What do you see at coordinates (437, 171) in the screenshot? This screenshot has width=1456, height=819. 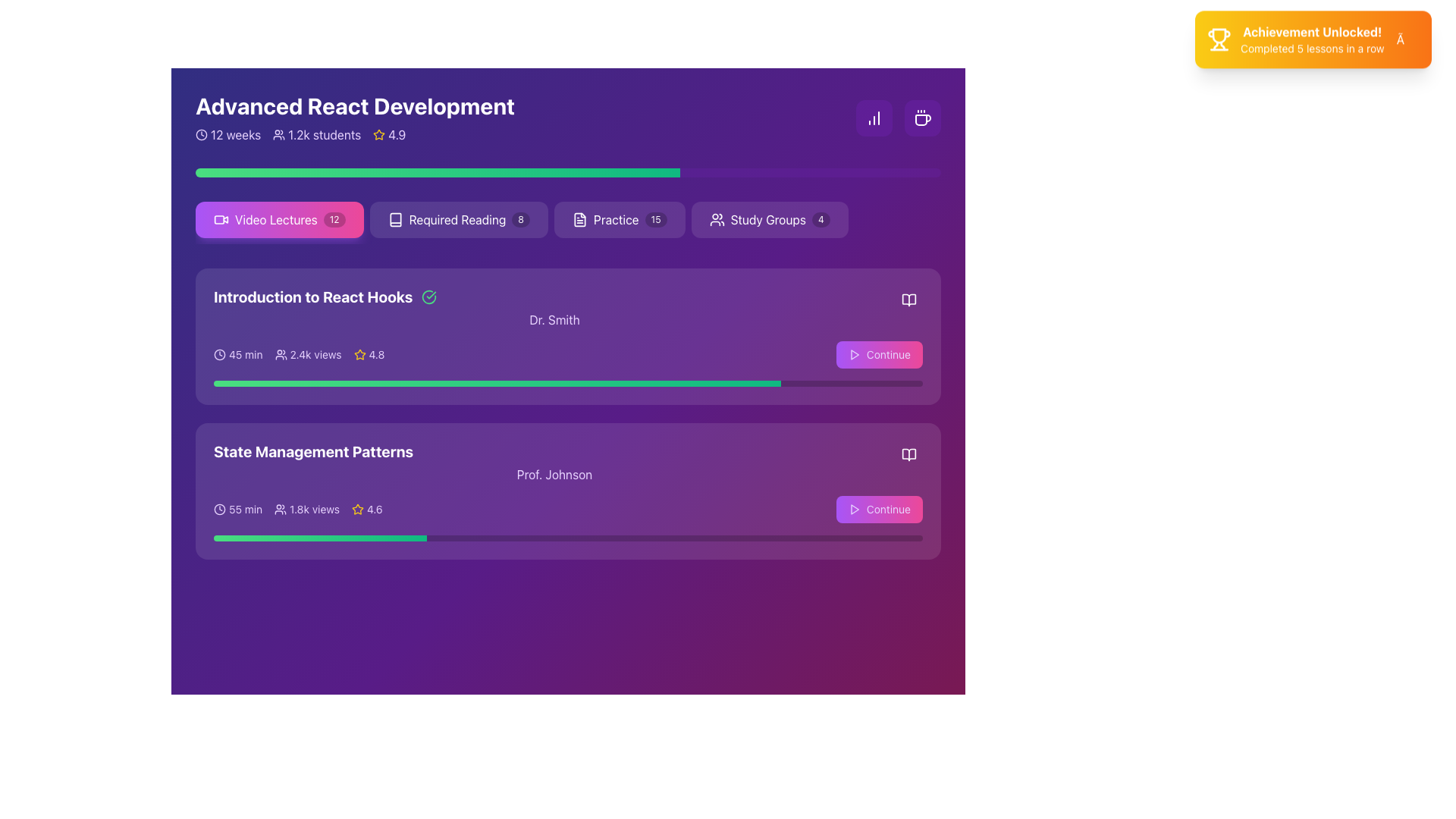 I see `the progress bar segment styled with a gradient transitioning from green to emerald, located beneath the 'Advanced React Development' title` at bounding box center [437, 171].